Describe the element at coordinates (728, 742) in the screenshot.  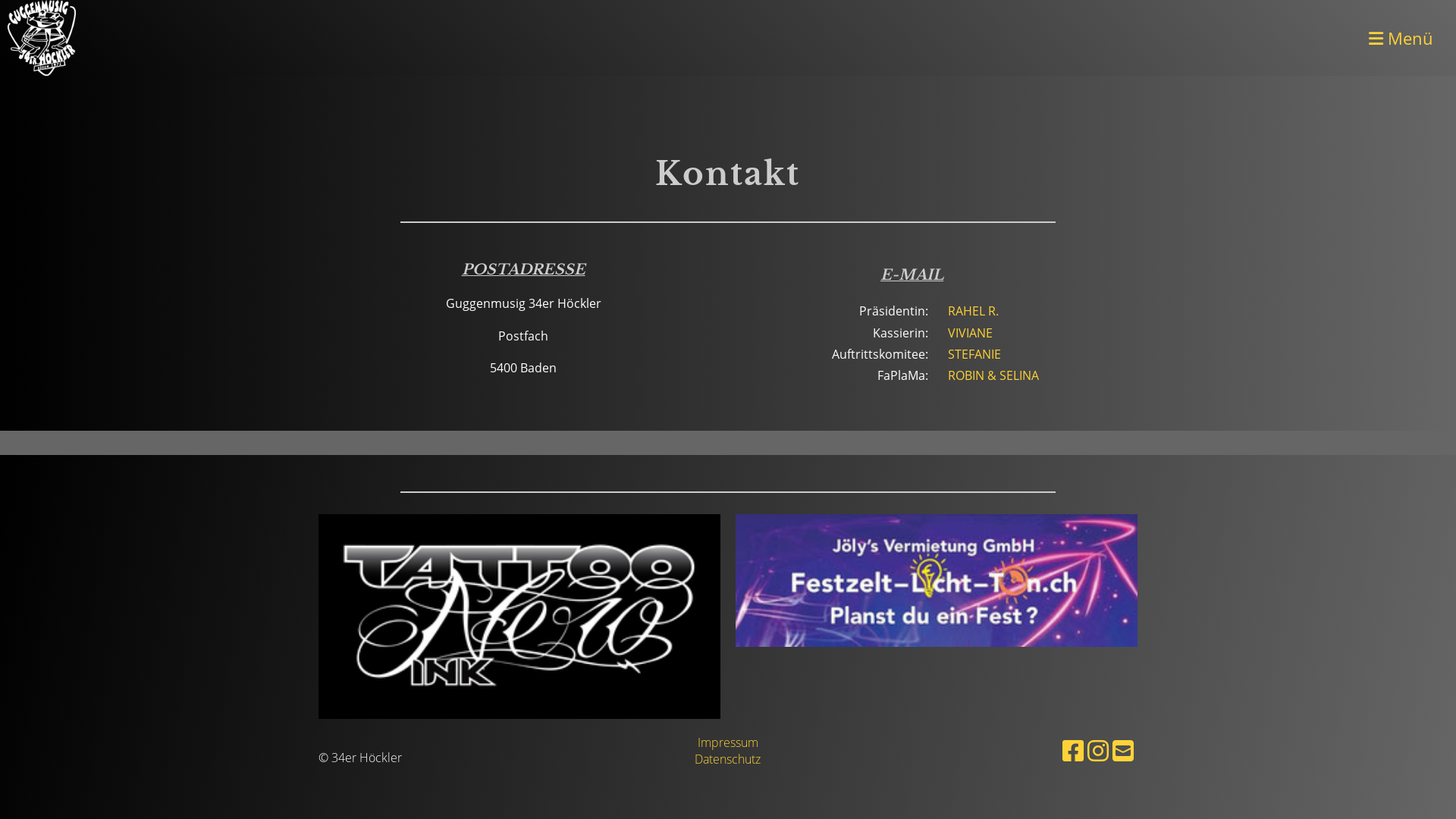
I see `'Impressum'` at that location.